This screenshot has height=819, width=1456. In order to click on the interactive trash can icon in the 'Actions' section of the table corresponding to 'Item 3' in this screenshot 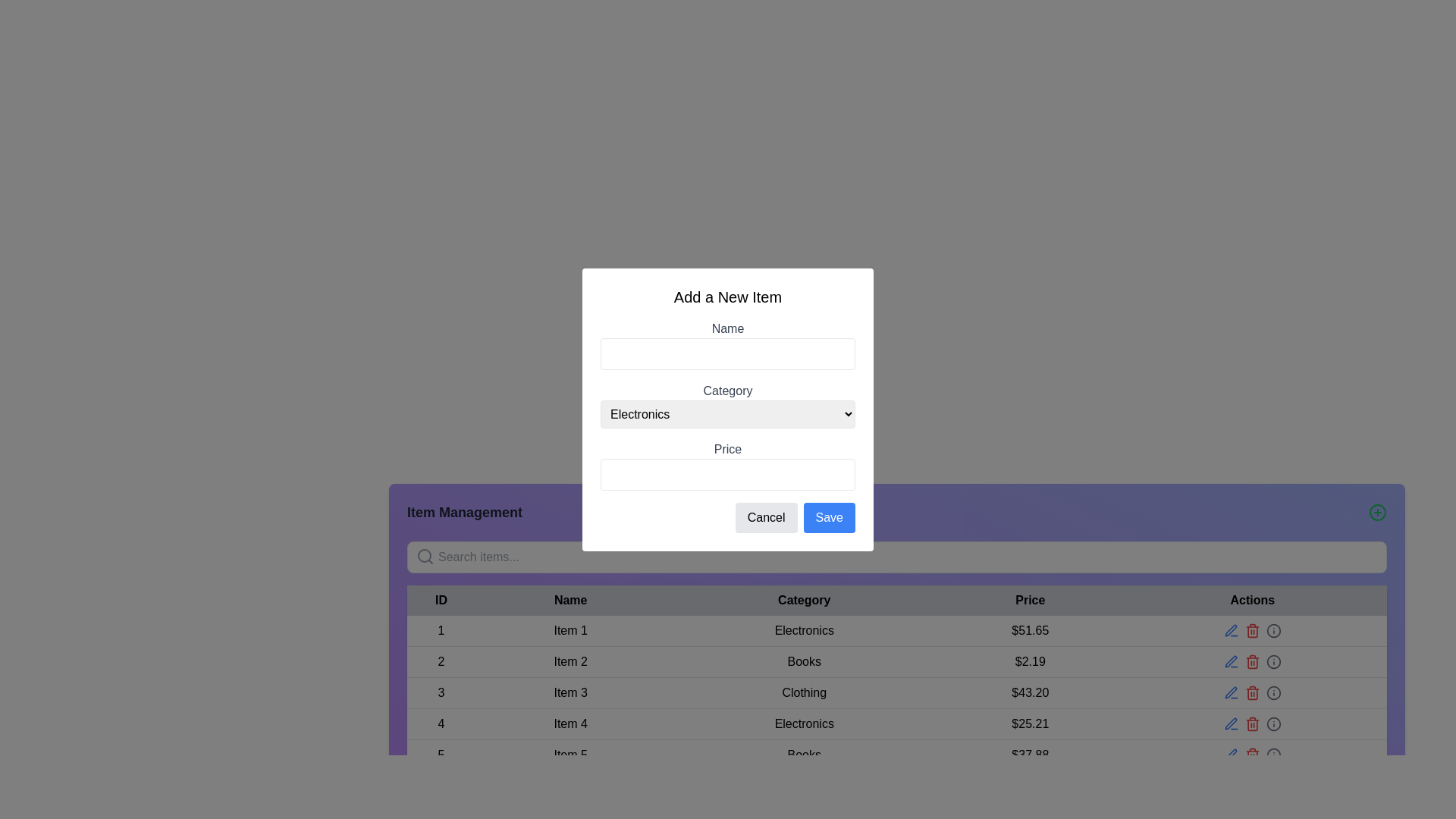, I will do `click(1252, 693)`.